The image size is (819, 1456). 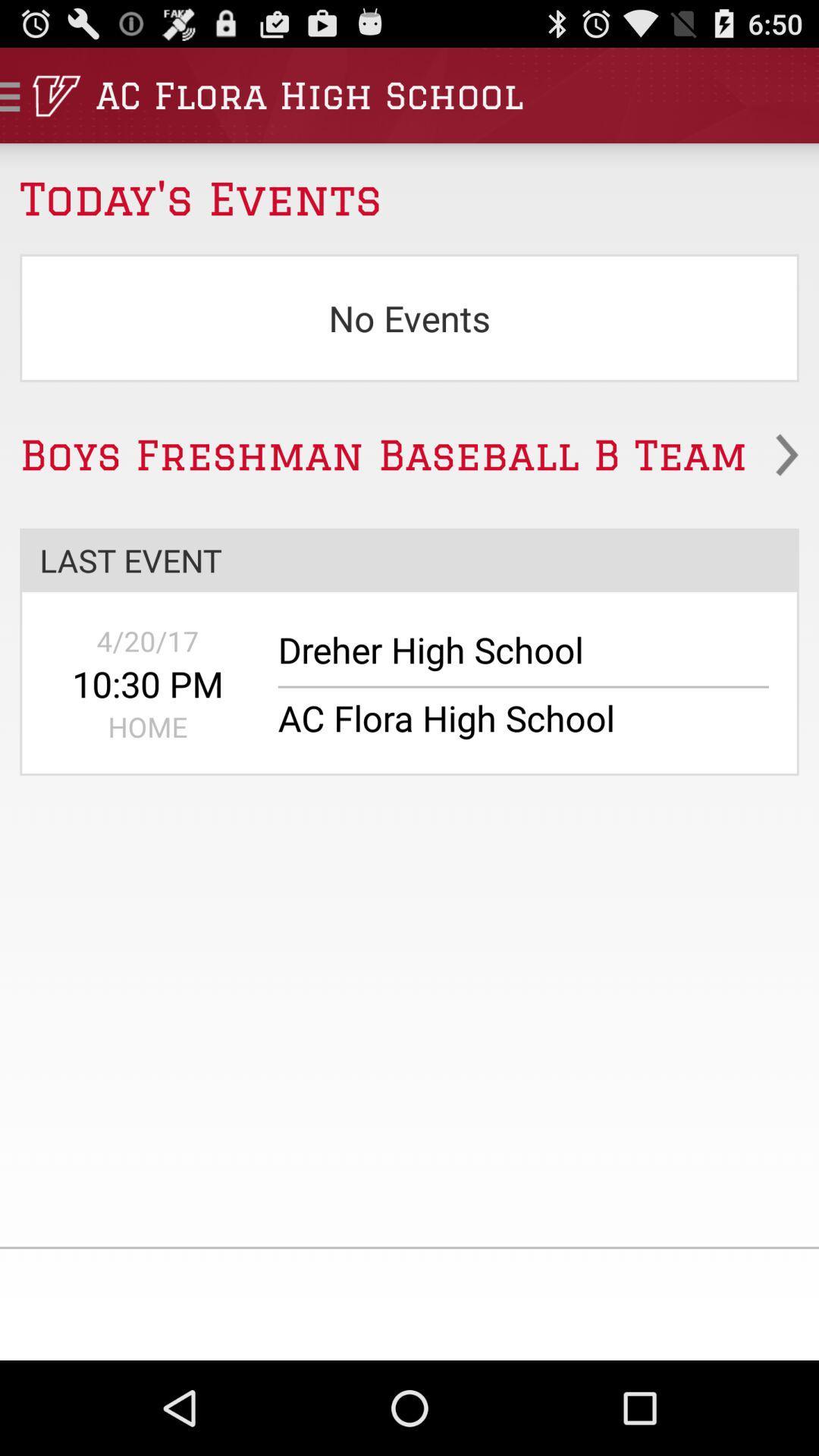 What do you see at coordinates (148, 641) in the screenshot?
I see `app to the left of the dreher high school` at bounding box center [148, 641].